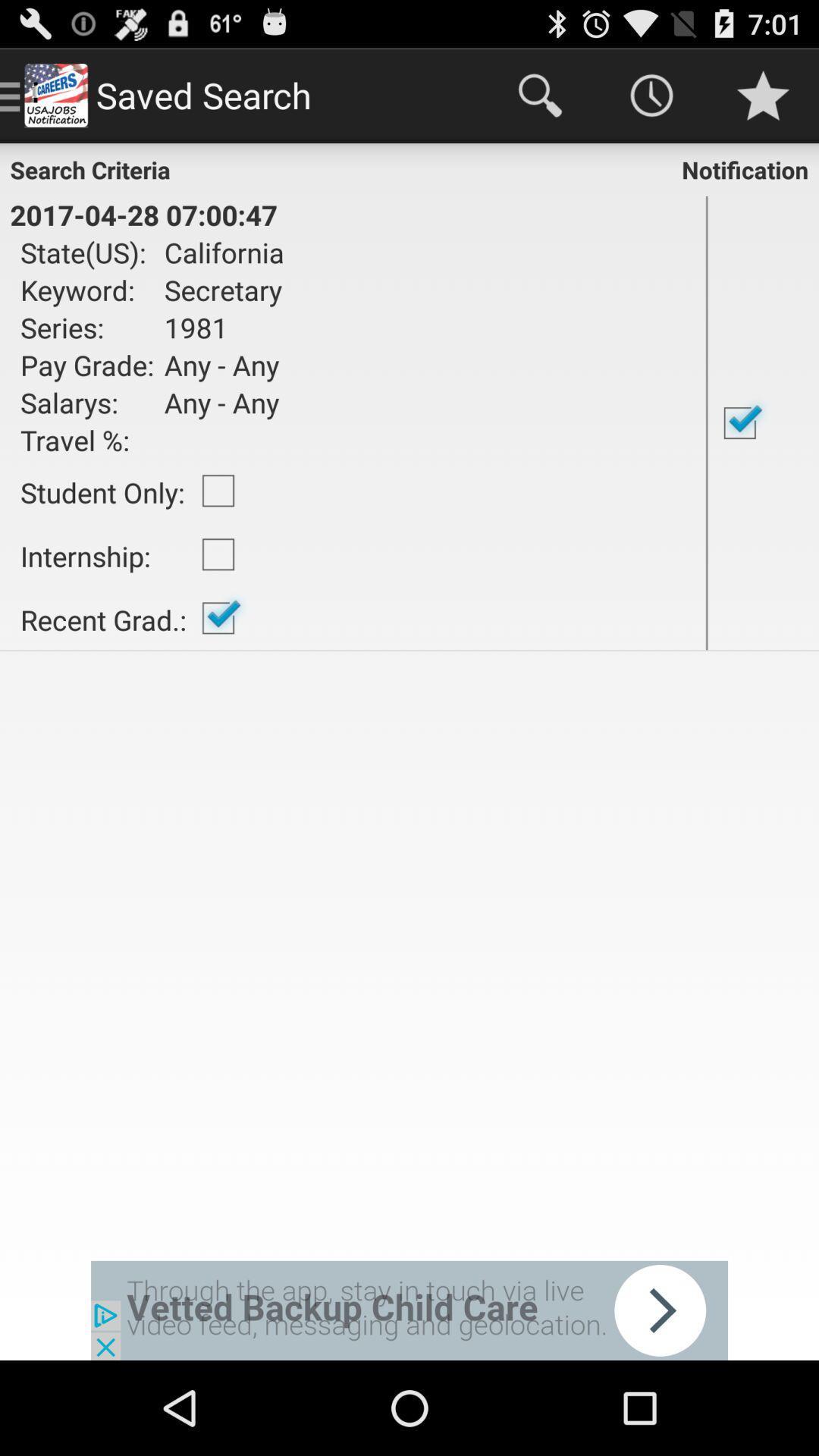 This screenshot has width=819, height=1456. What do you see at coordinates (87, 365) in the screenshot?
I see `the item next to the 1981 icon` at bounding box center [87, 365].